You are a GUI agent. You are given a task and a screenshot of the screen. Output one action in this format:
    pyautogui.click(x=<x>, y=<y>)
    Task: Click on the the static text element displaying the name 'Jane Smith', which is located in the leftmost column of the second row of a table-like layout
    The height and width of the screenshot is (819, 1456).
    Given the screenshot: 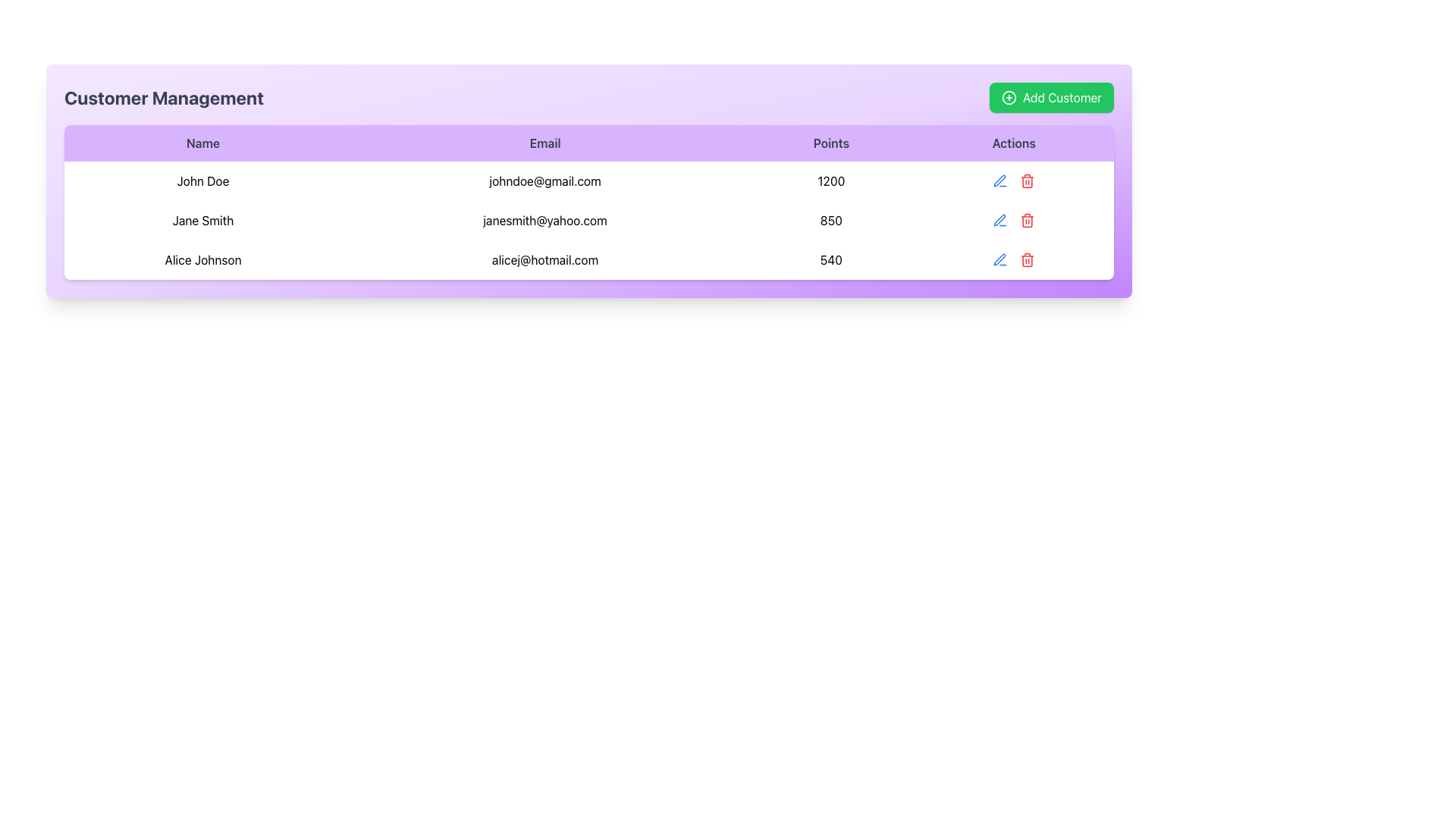 What is the action you would take?
    pyautogui.click(x=202, y=220)
    